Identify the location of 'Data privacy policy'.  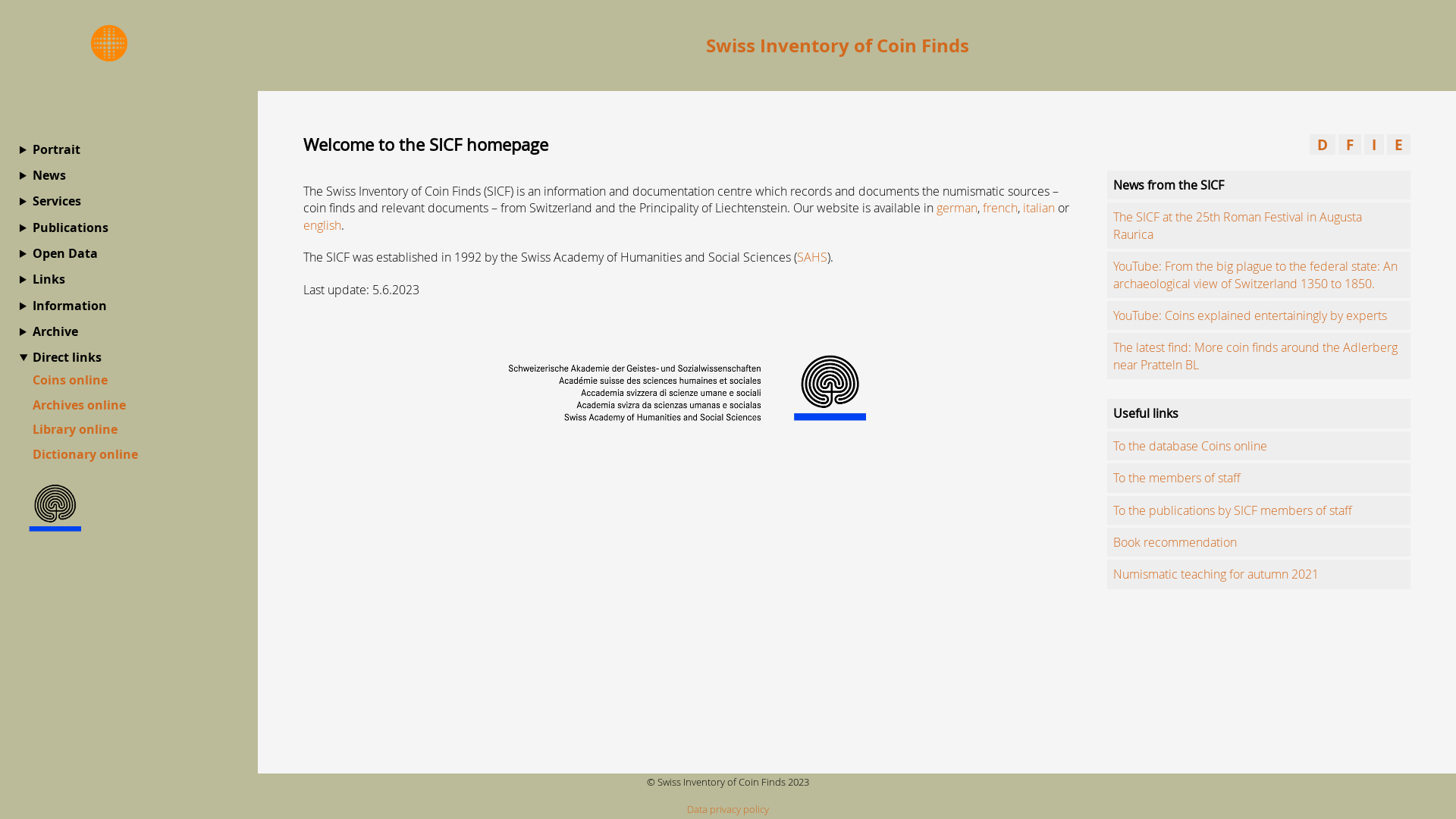
(728, 808).